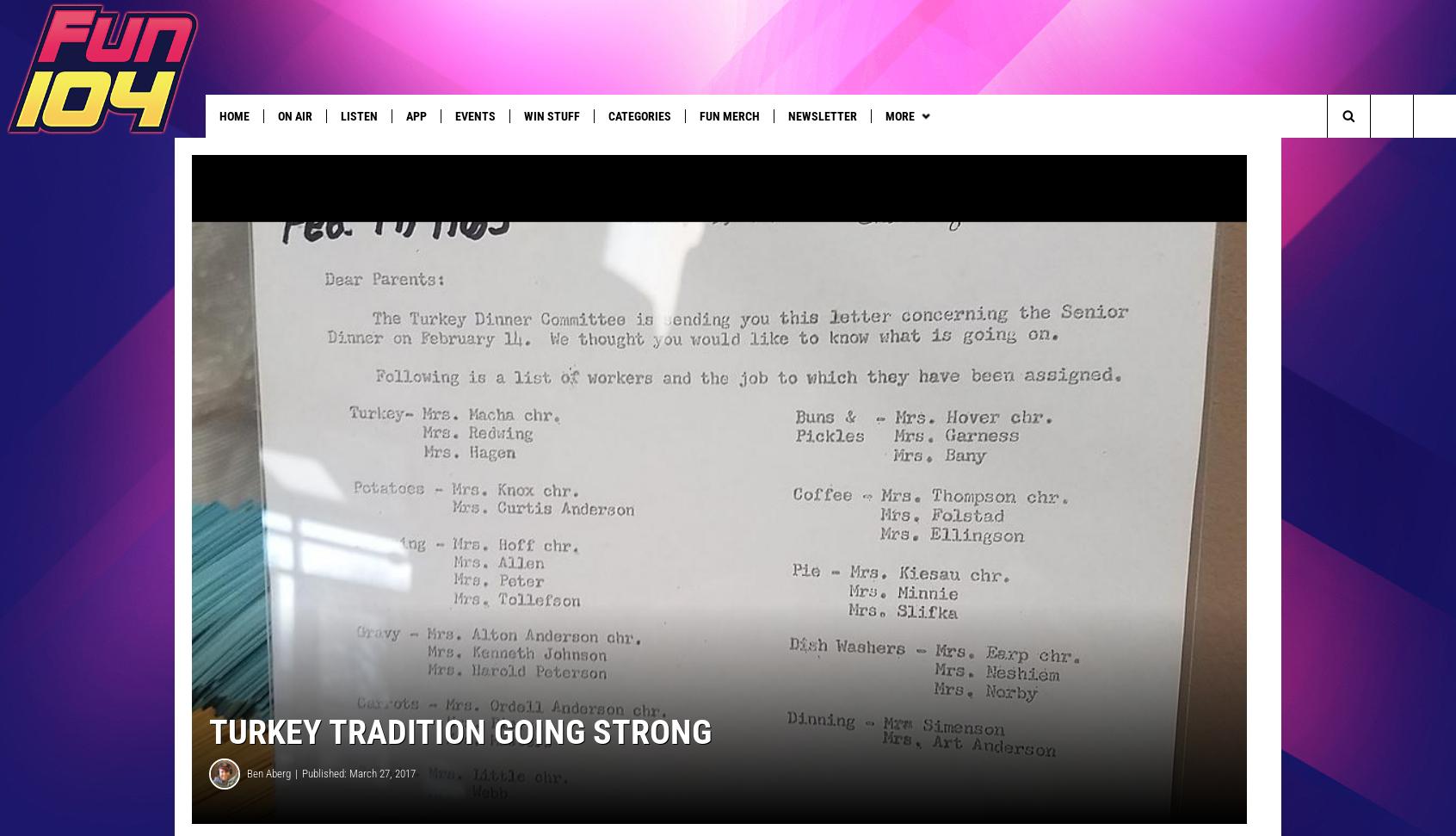  What do you see at coordinates (564, 151) in the screenshot?
I see `'In Case You Missed It'` at bounding box center [564, 151].